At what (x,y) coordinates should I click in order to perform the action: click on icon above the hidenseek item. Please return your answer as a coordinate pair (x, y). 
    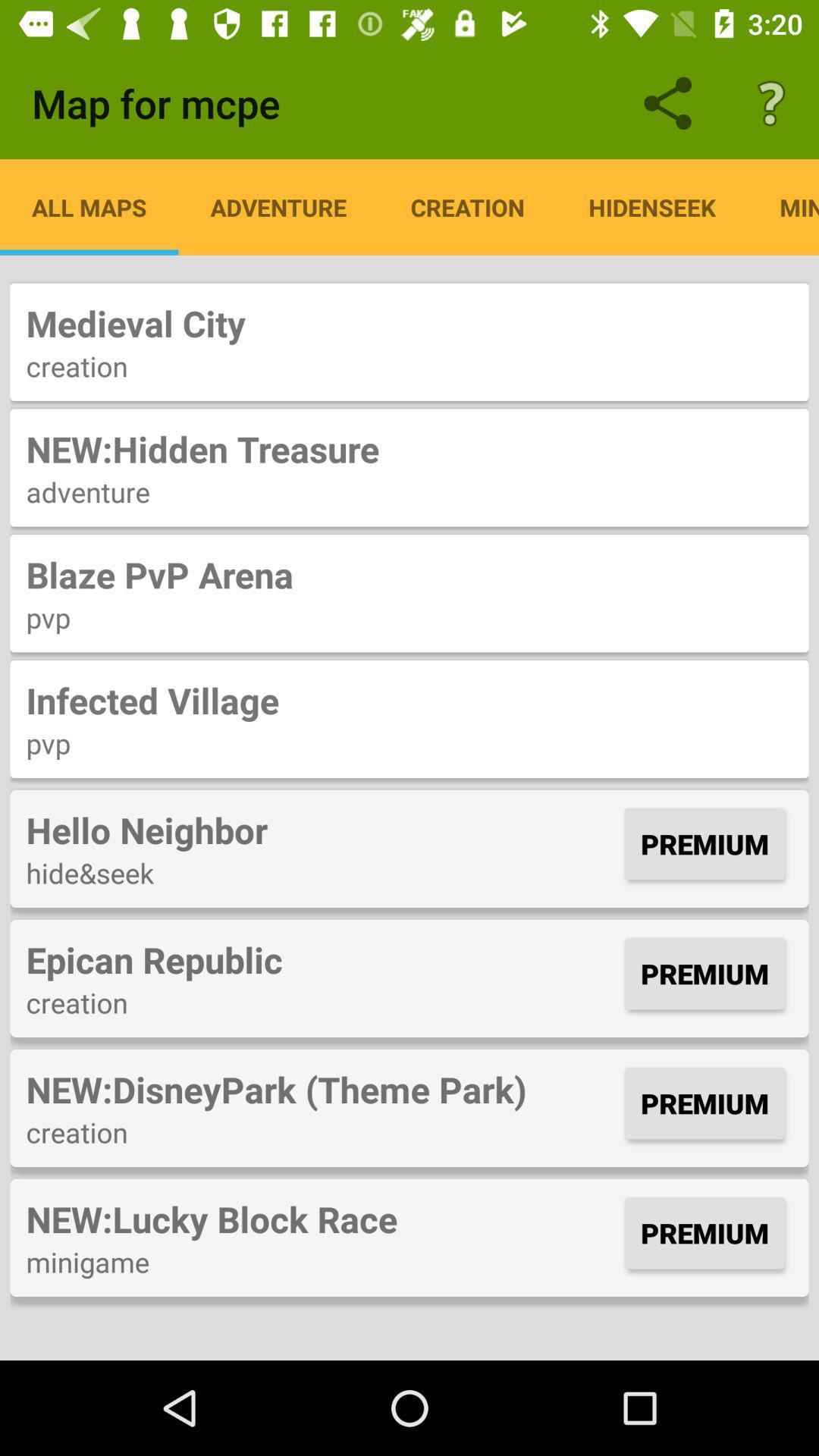
    Looking at the image, I should click on (771, 102).